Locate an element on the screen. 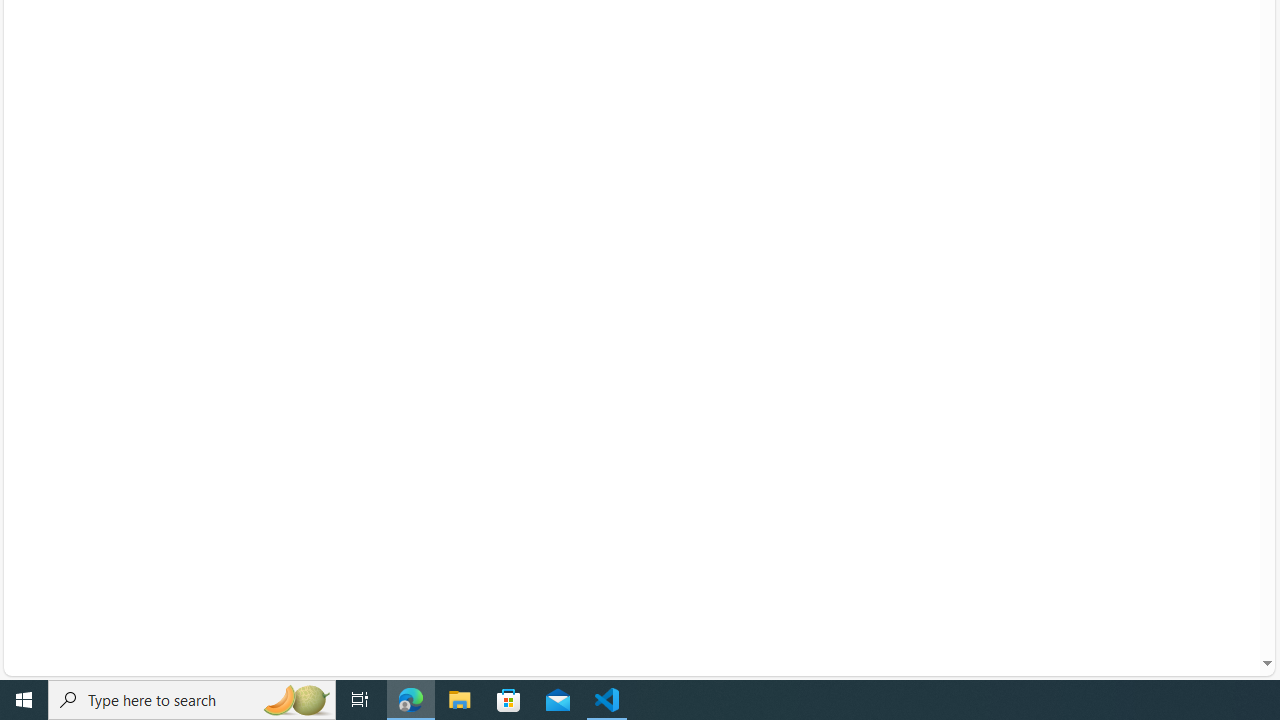  'Microsoft Edge - 1 running window' is located at coordinates (410, 698).